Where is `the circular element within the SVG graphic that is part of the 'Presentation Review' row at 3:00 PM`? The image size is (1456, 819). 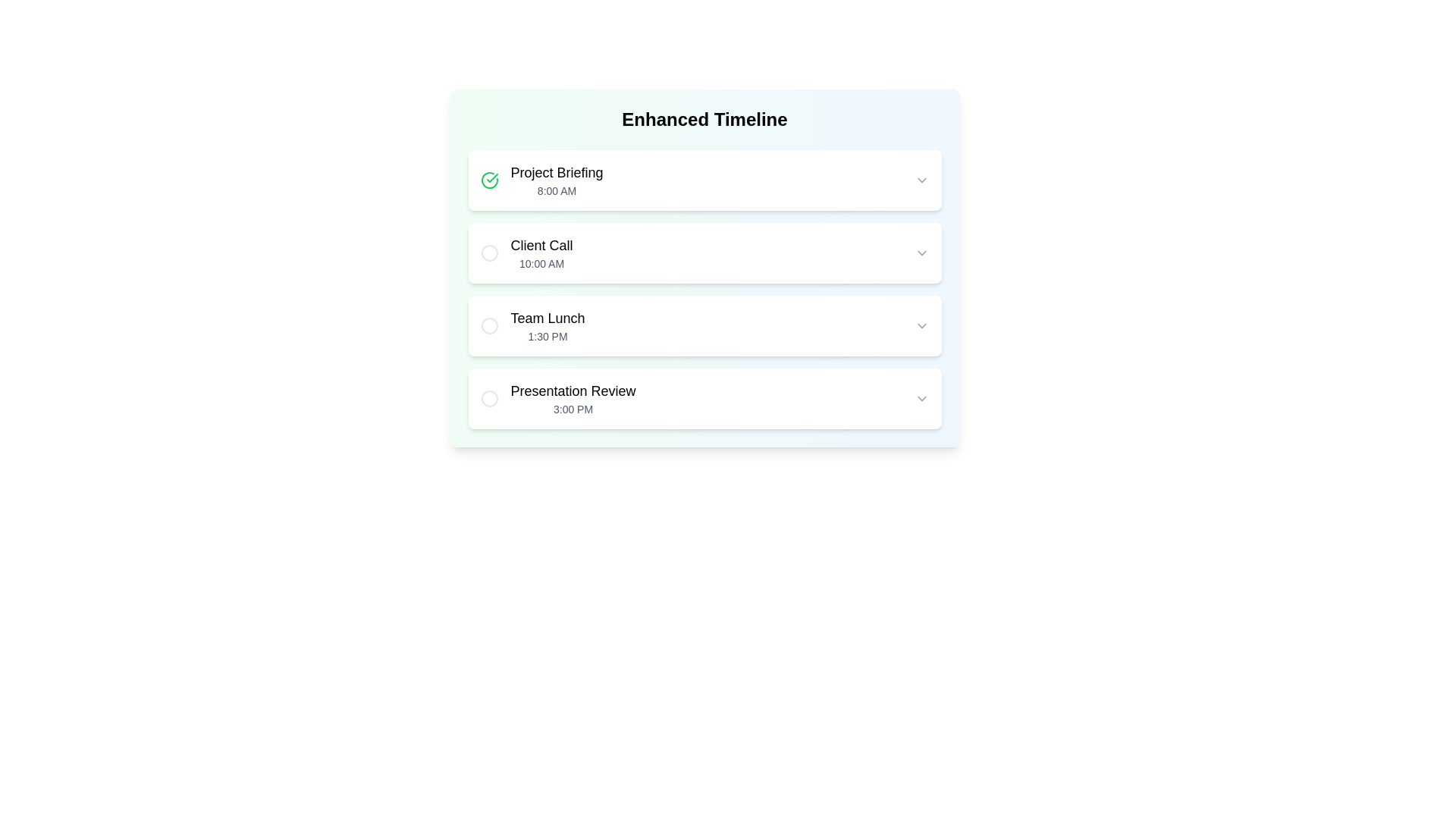 the circular element within the SVG graphic that is part of the 'Presentation Review' row at 3:00 PM is located at coordinates (489, 397).